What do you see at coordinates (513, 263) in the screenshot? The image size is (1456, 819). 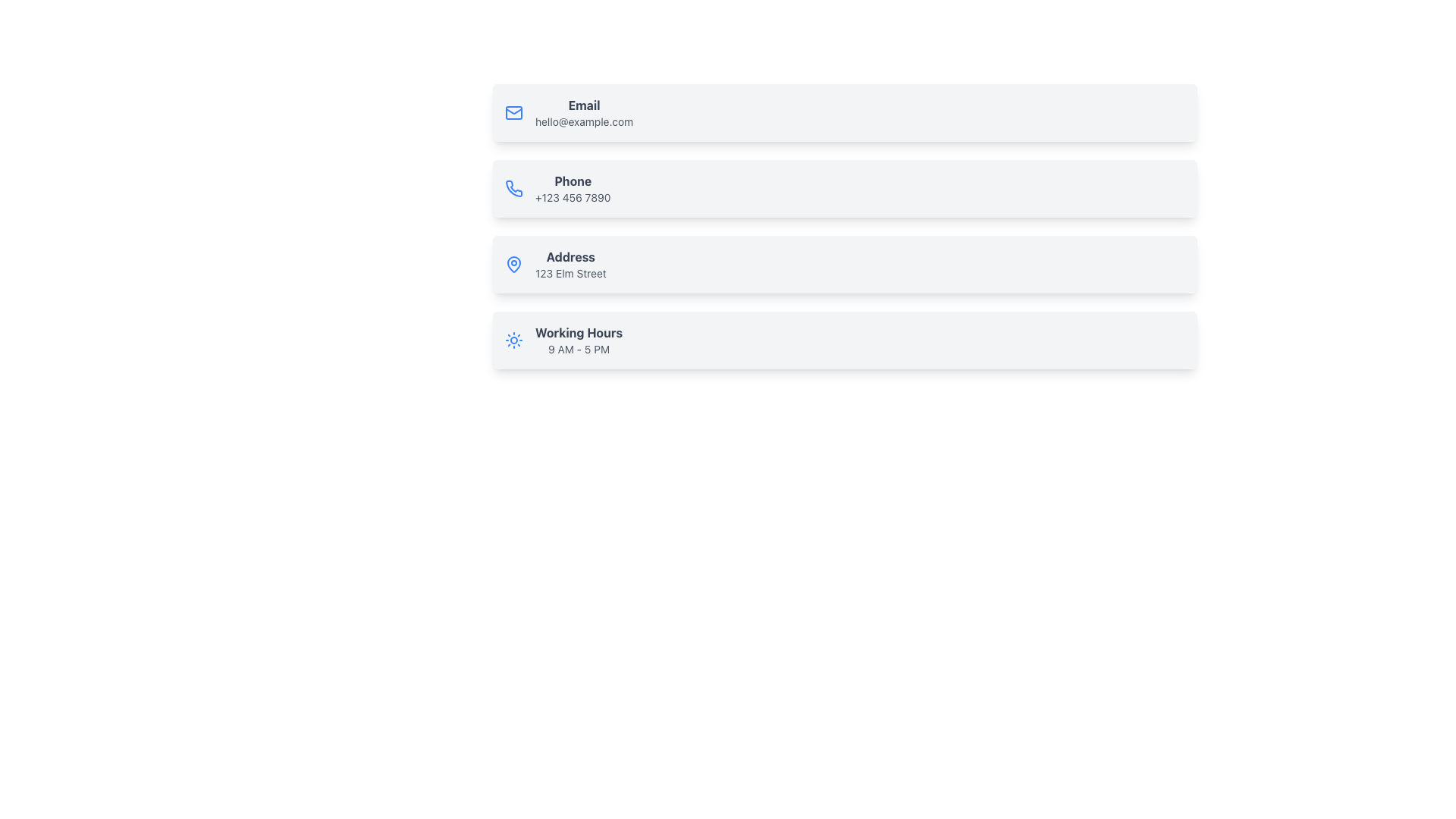 I see `the blue pin icon, which resembles a map marker, located on the left side of the text 'Address 123 Elm Street' in the third entry of the vertical list` at bounding box center [513, 263].